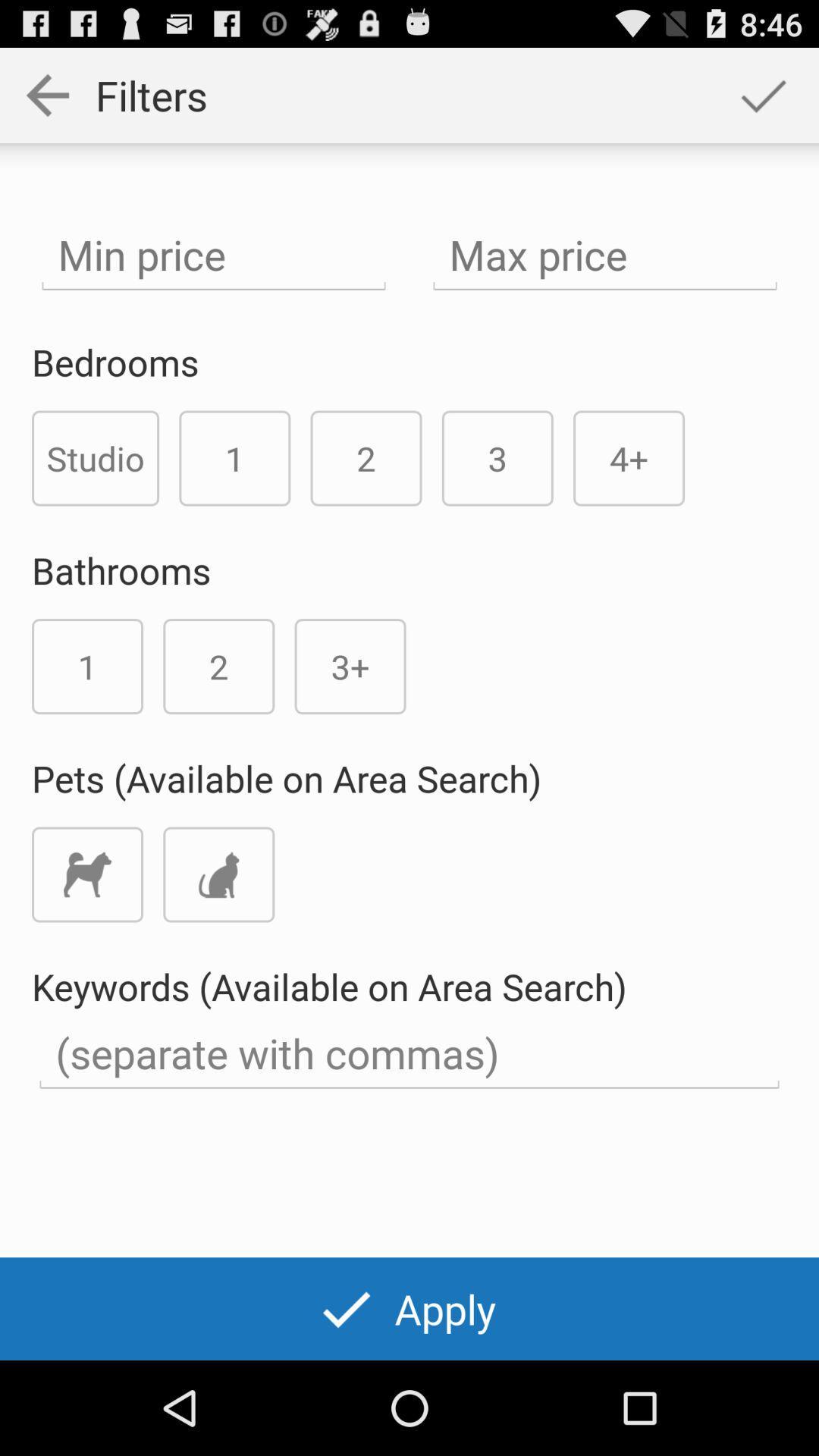  I want to click on the app to the right of the filters app, so click(763, 94).